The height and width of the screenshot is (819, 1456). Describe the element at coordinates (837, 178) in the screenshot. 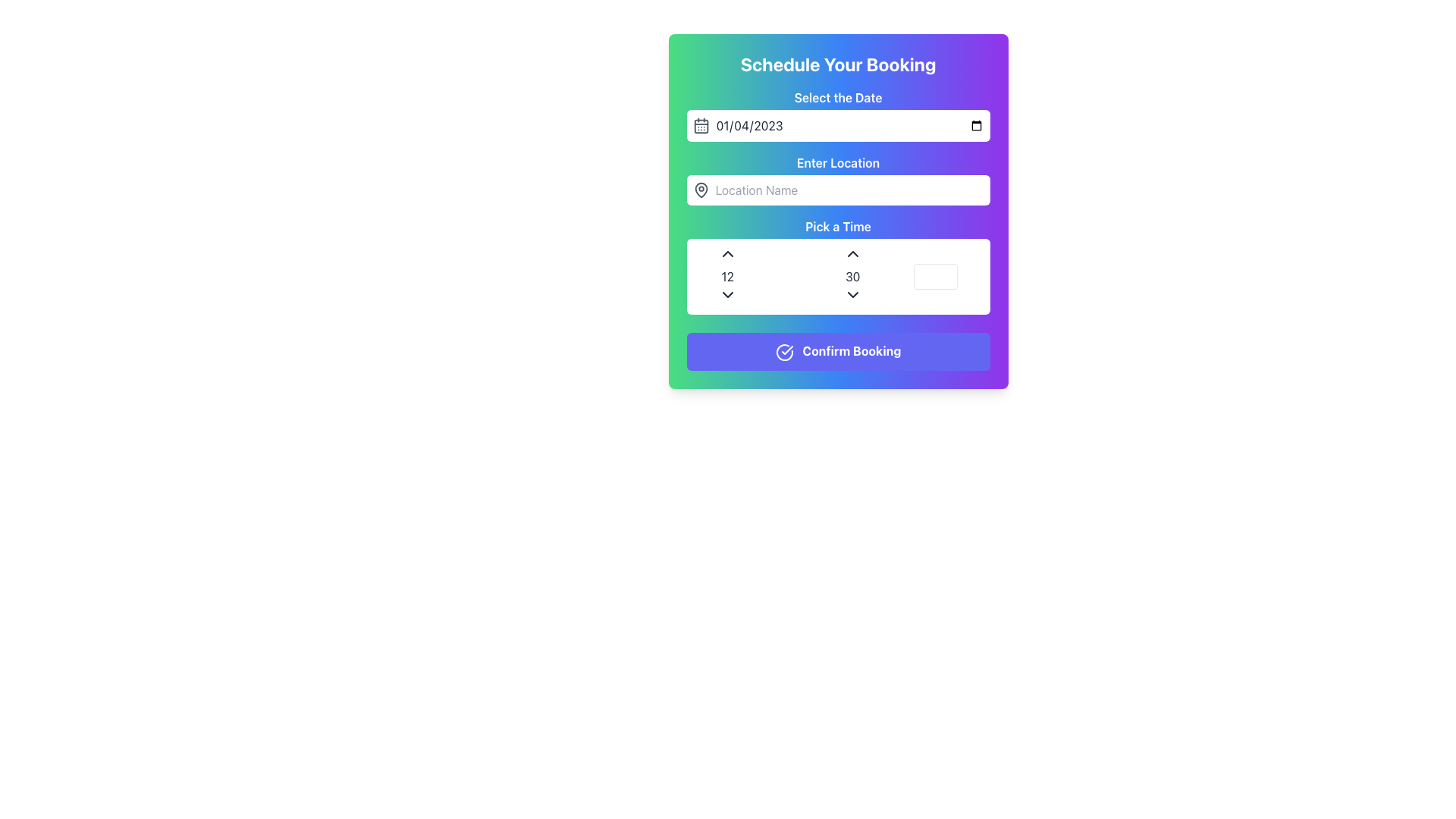

I see `the 'Enter Location' text input field to focus on it` at that location.